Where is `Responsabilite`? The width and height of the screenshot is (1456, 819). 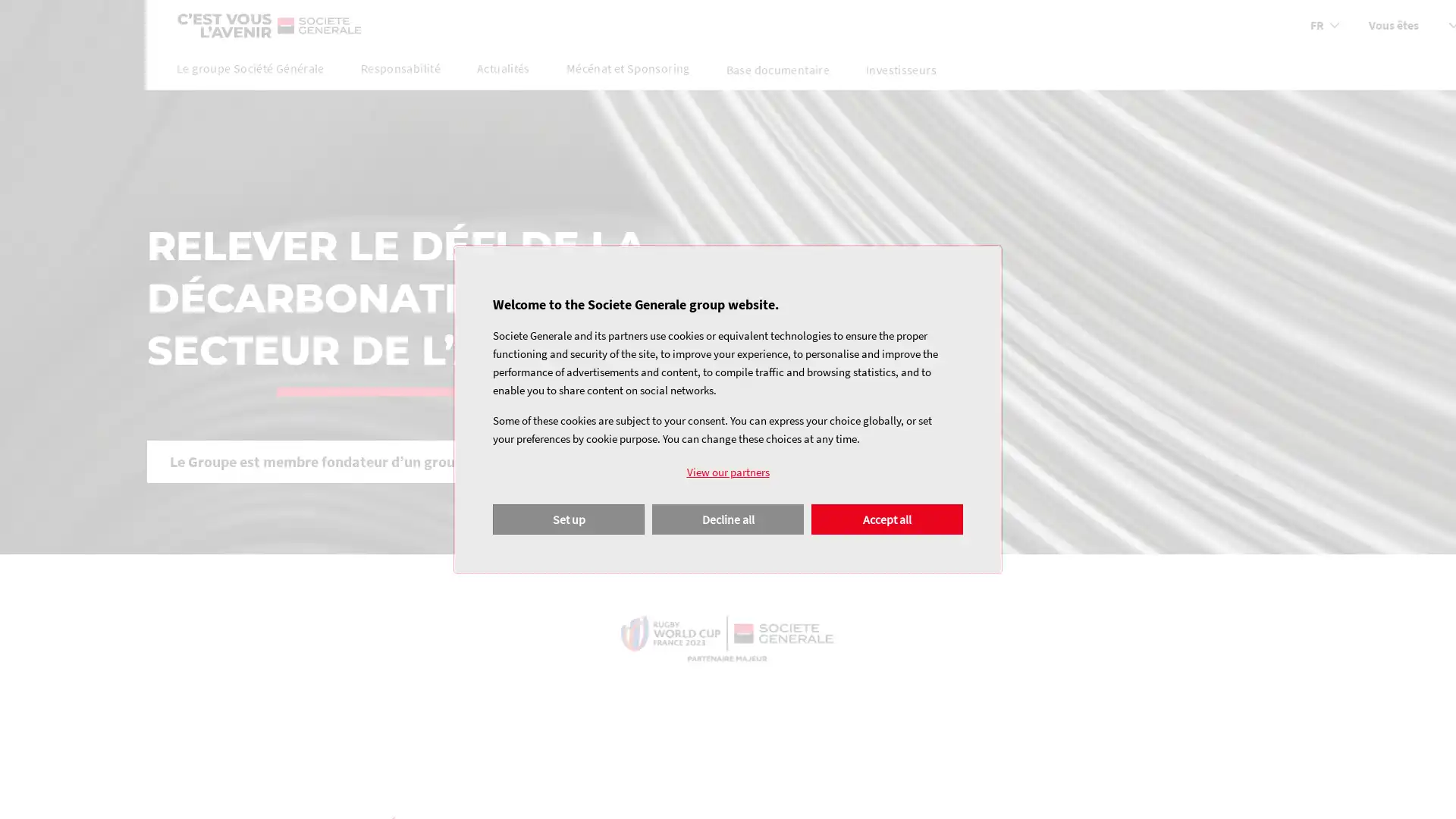 Responsabilite is located at coordinates (400, 127).